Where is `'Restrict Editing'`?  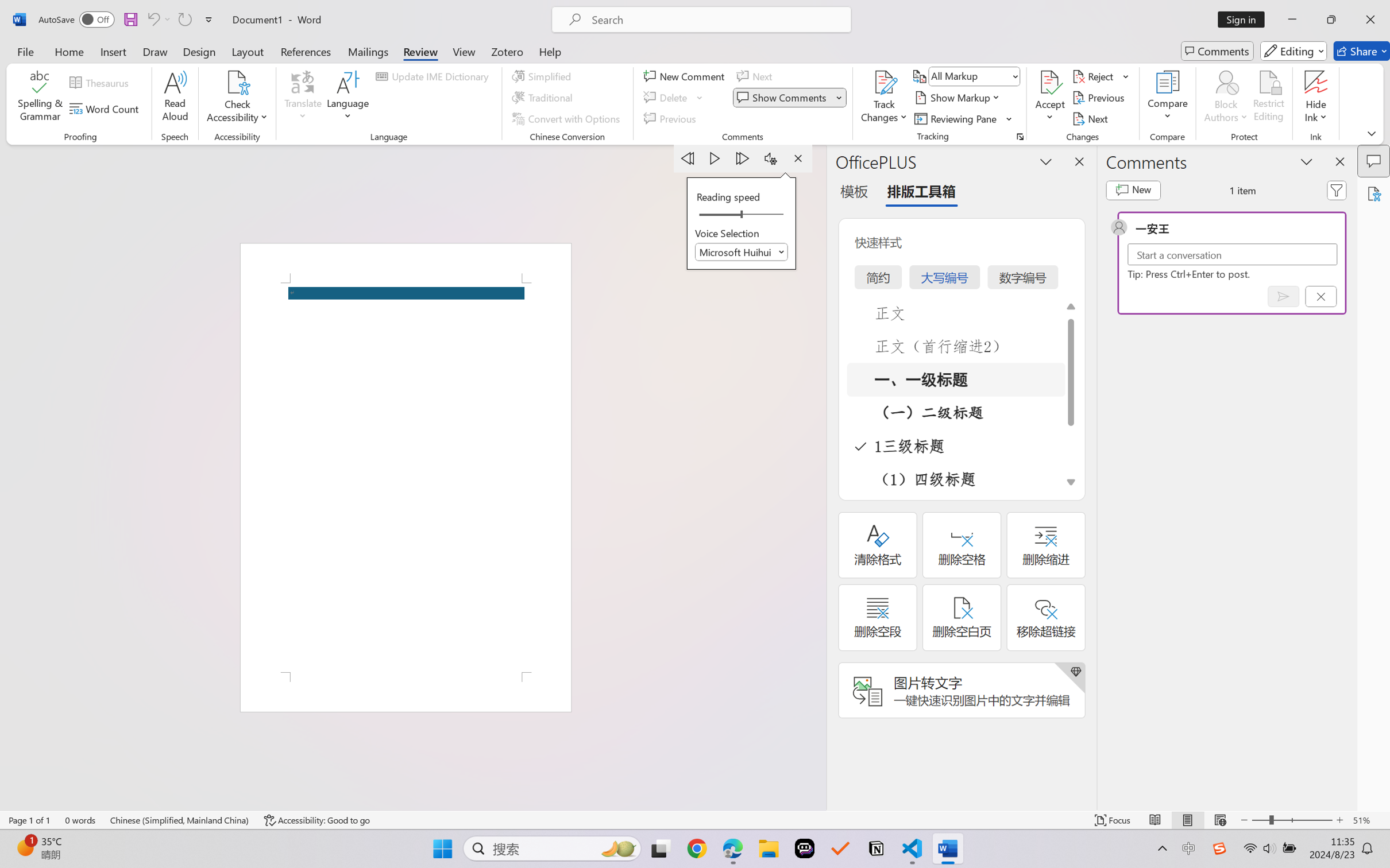 'Restrict Editing' is located at coordinates (1268, 98).